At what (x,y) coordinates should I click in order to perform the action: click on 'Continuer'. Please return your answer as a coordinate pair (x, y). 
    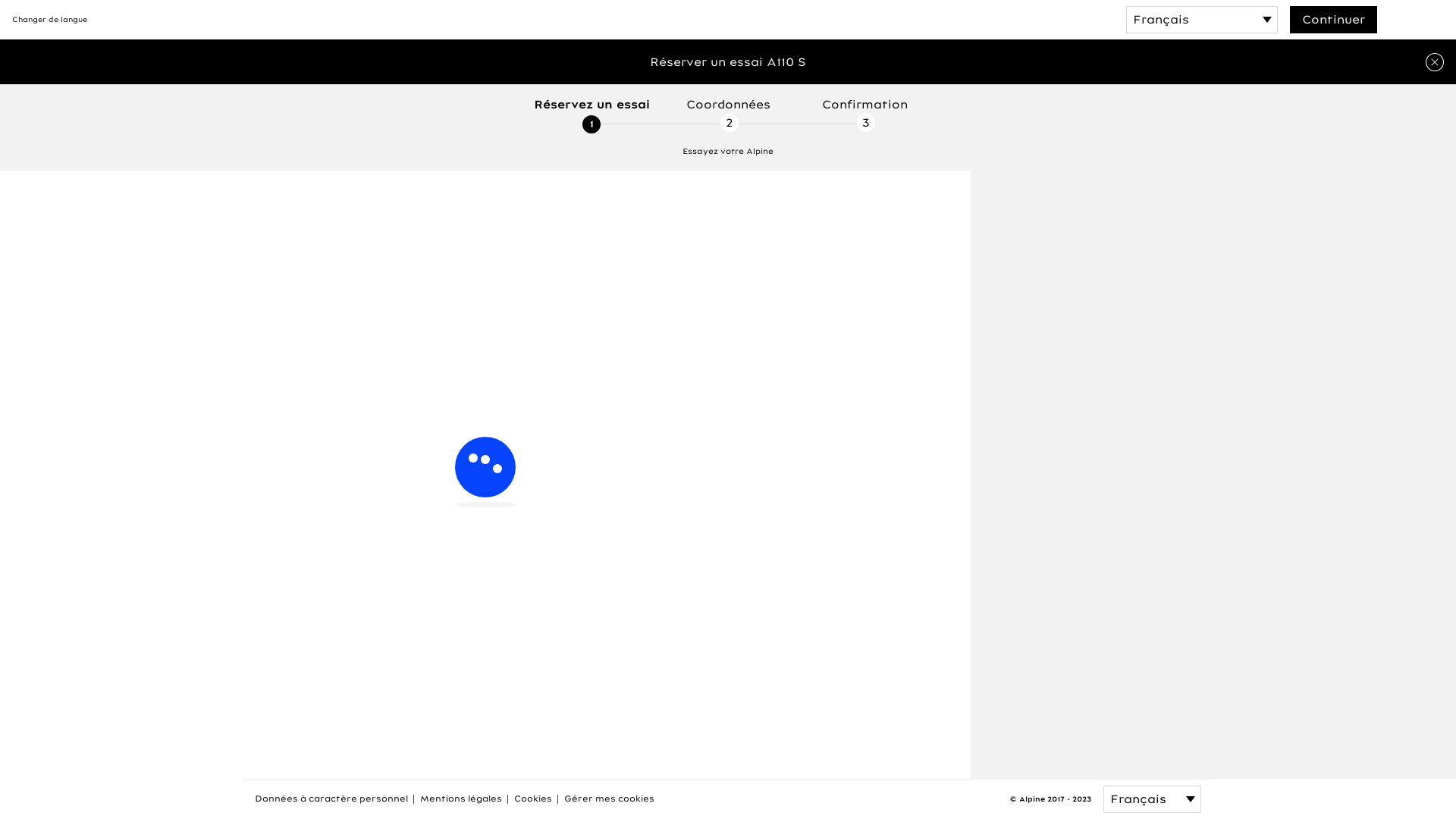
    Looking at the image, I should click on (1332, 20).